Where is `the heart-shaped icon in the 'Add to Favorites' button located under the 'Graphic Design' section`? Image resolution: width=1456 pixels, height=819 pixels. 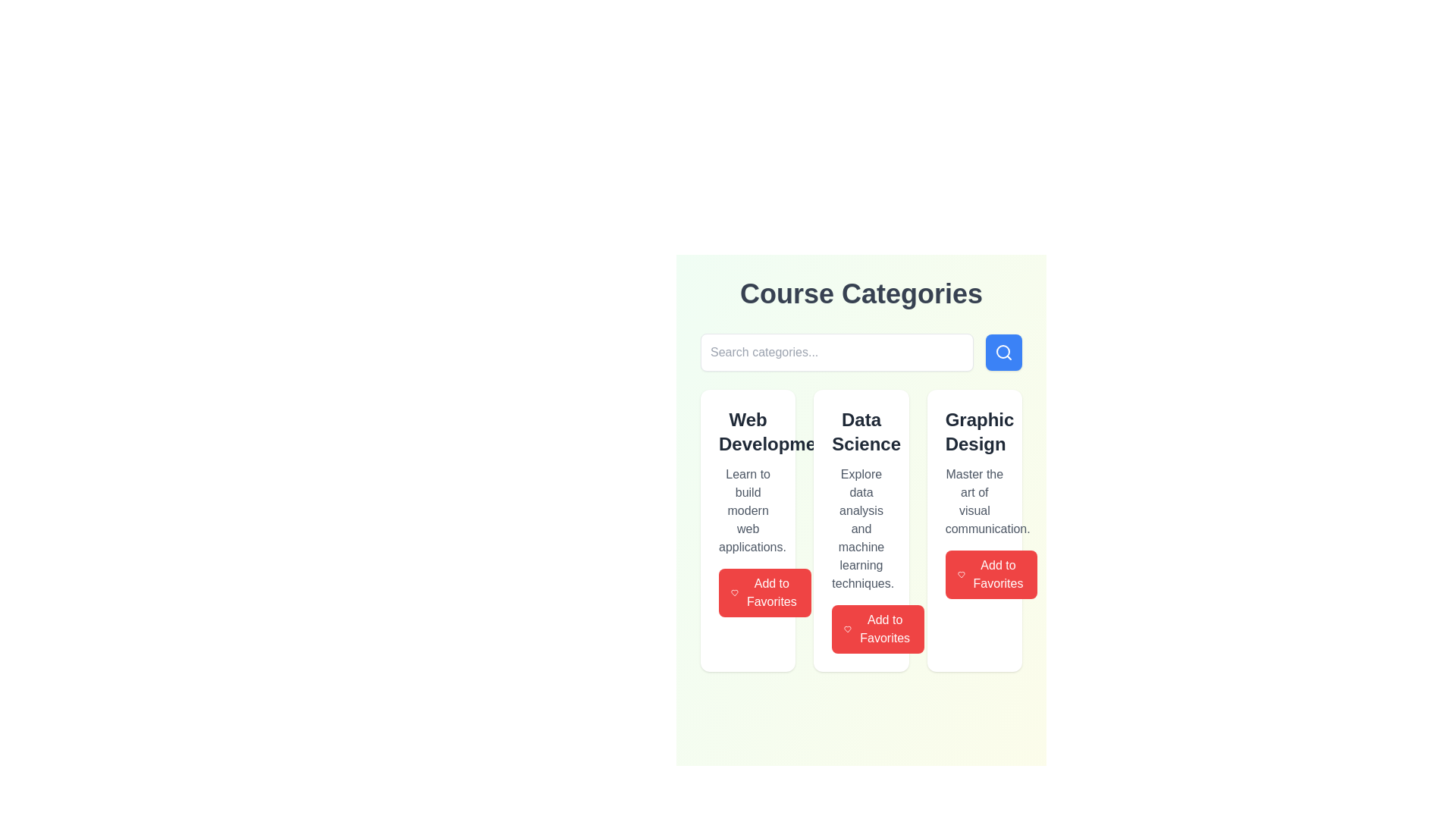
the heart-shaped icon in the 'Add to Favorites' button located under the 'Graphic Design' section is located at coordinates (960, 575).